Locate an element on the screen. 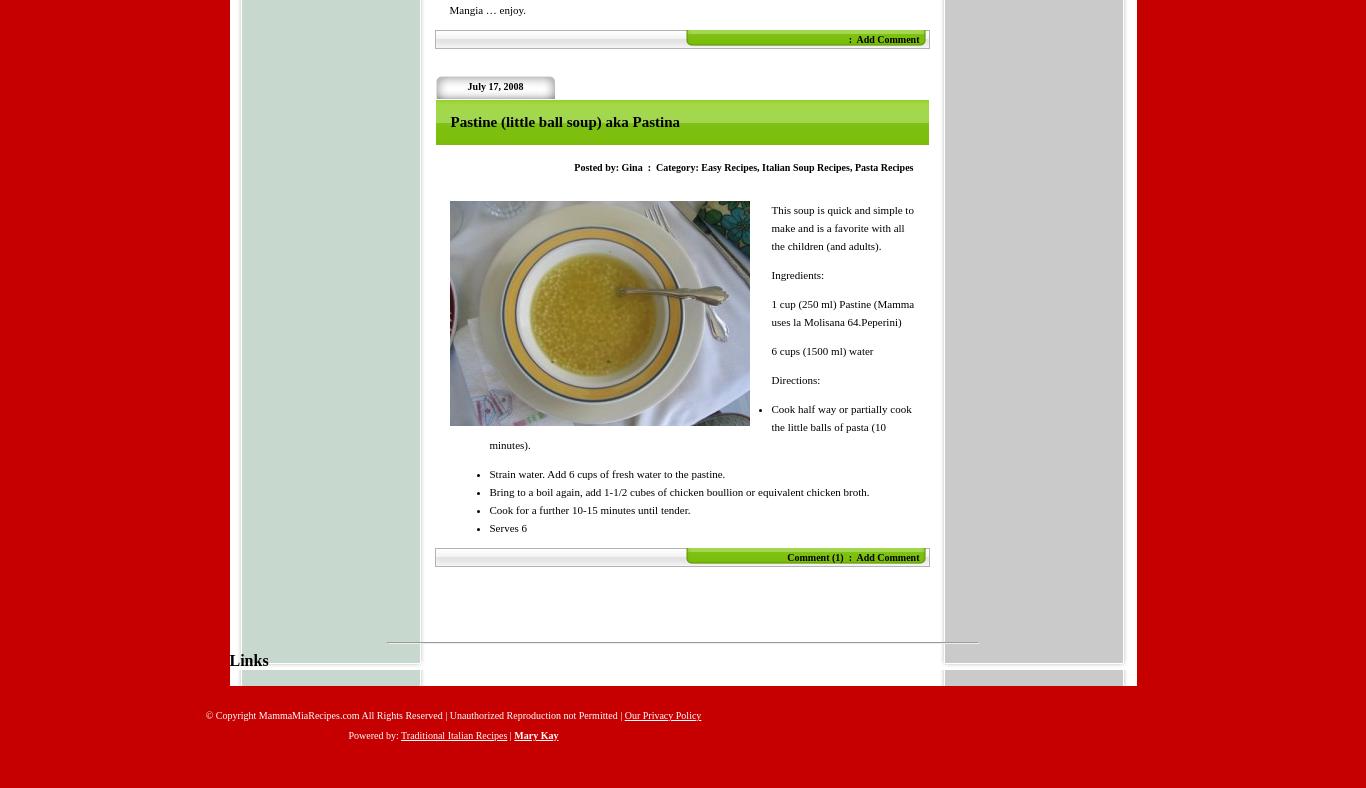  'Mary Kay' is located at coordinates (536, 735).